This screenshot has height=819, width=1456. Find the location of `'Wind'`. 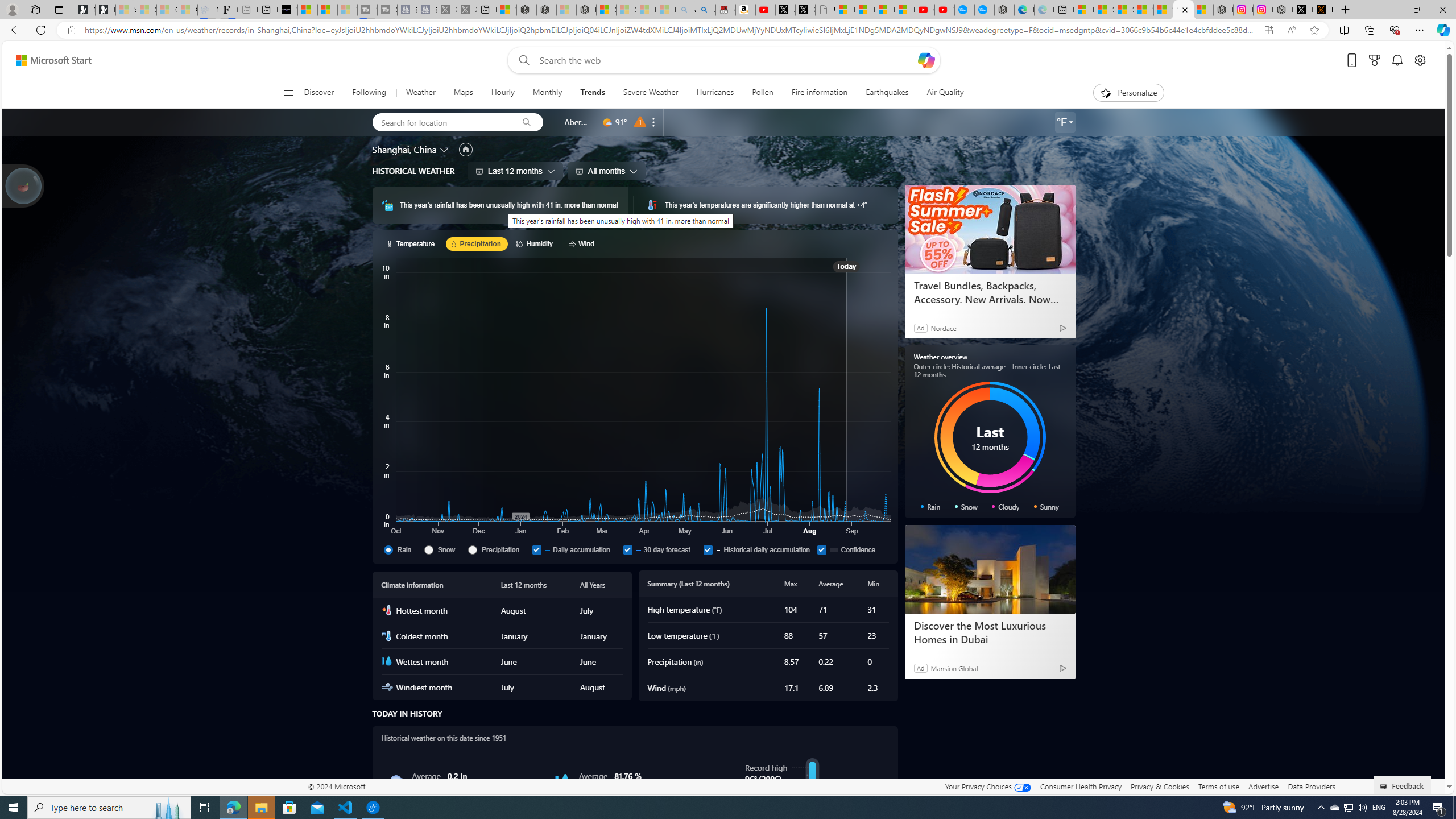

'Wind' is located at coordinates (582, 243).